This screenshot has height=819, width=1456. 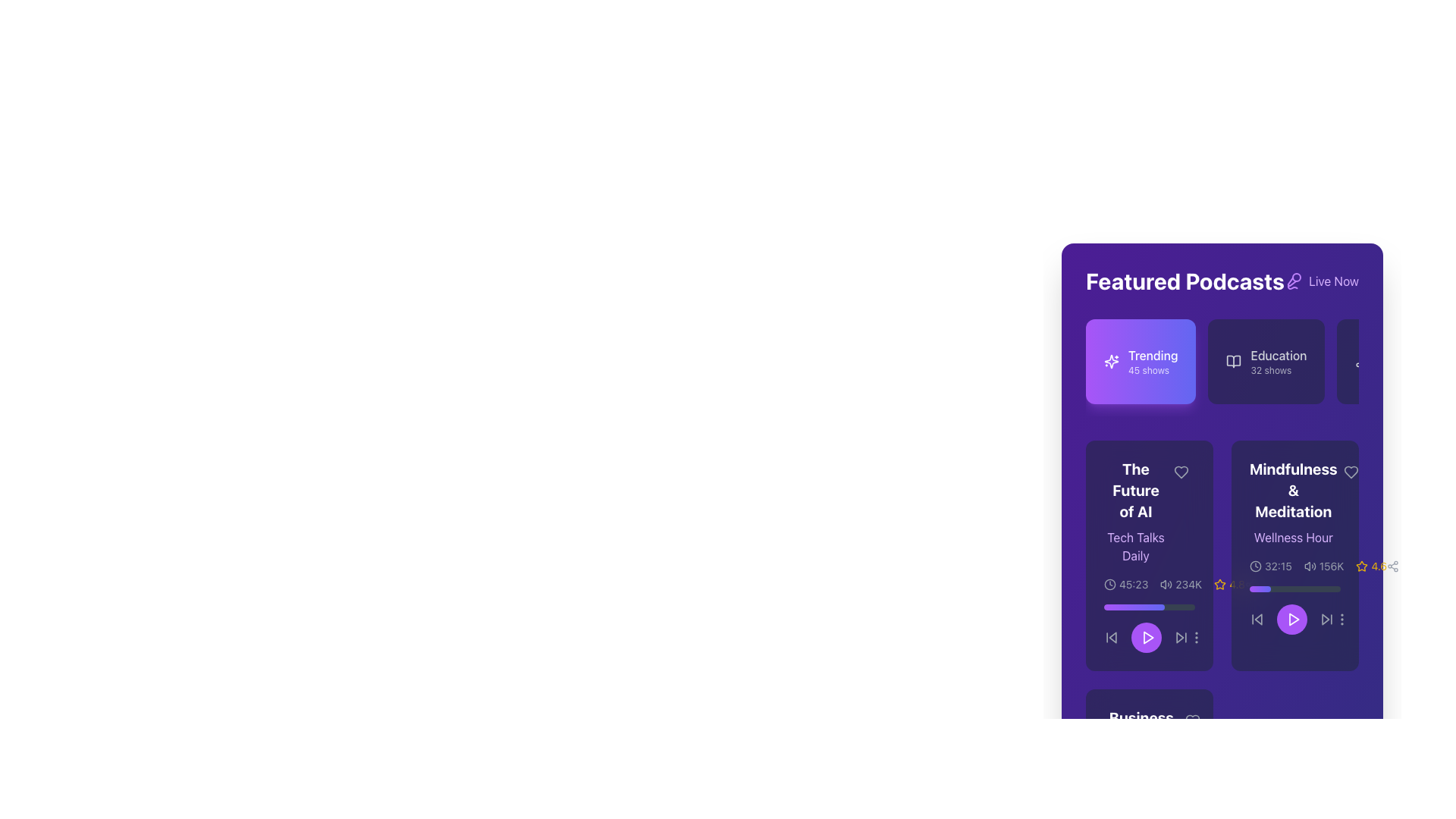 What do you see at coordinates (1116, 607) in the screenshot?
I see `the slider value` at bounding box center [1116, 607].